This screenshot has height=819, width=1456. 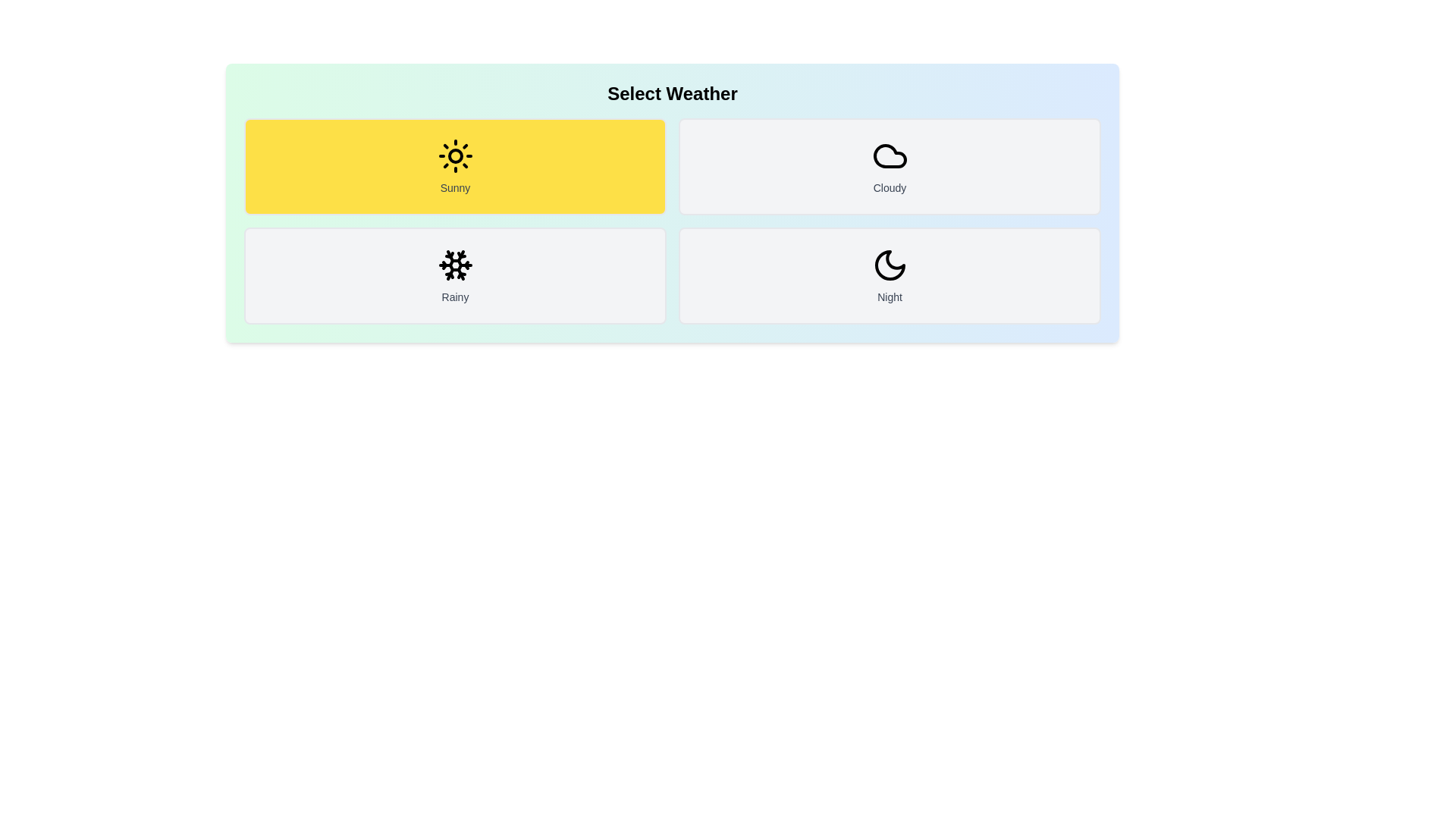 I want to click on the weather button labeled Night to observe its visual feedback, so click(x=890, y=275).